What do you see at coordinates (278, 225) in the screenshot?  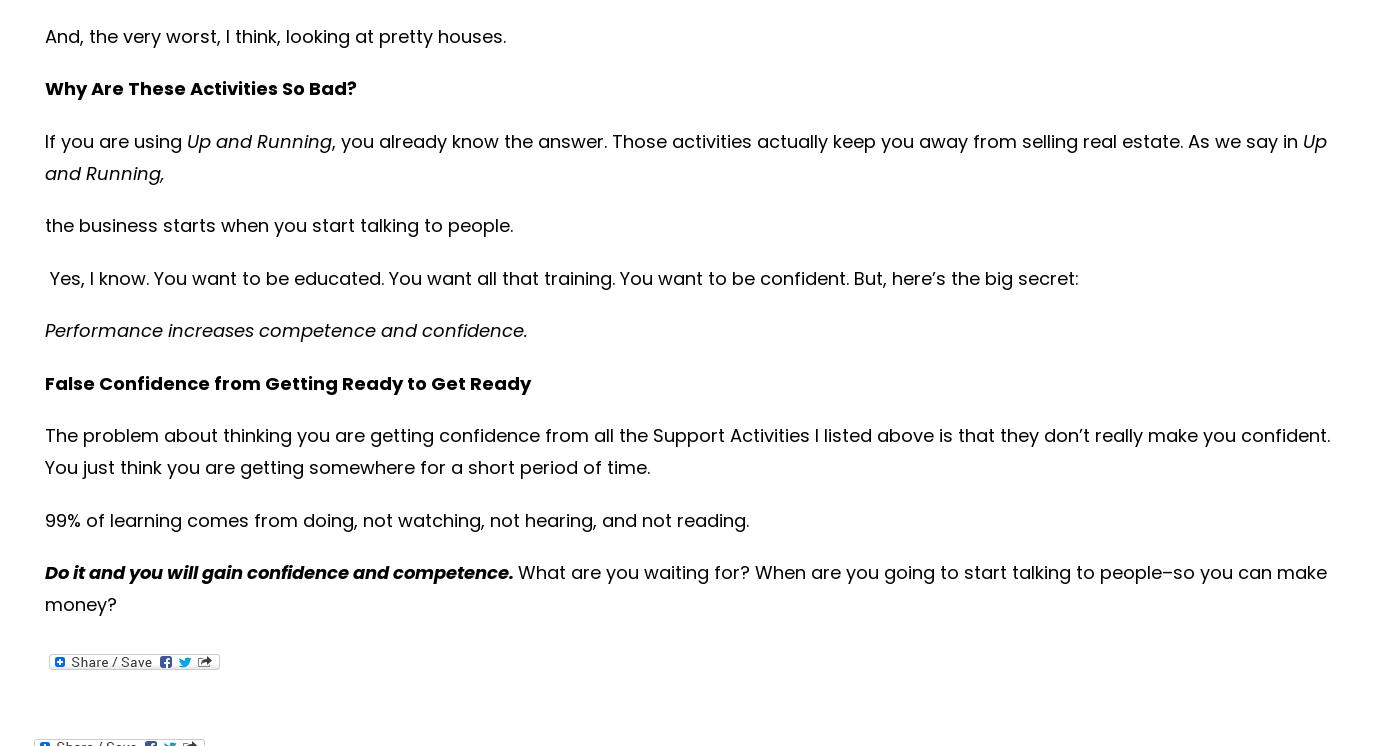 I see `'the business starts when you start talking to people.'` at bounding box center [278, 225].